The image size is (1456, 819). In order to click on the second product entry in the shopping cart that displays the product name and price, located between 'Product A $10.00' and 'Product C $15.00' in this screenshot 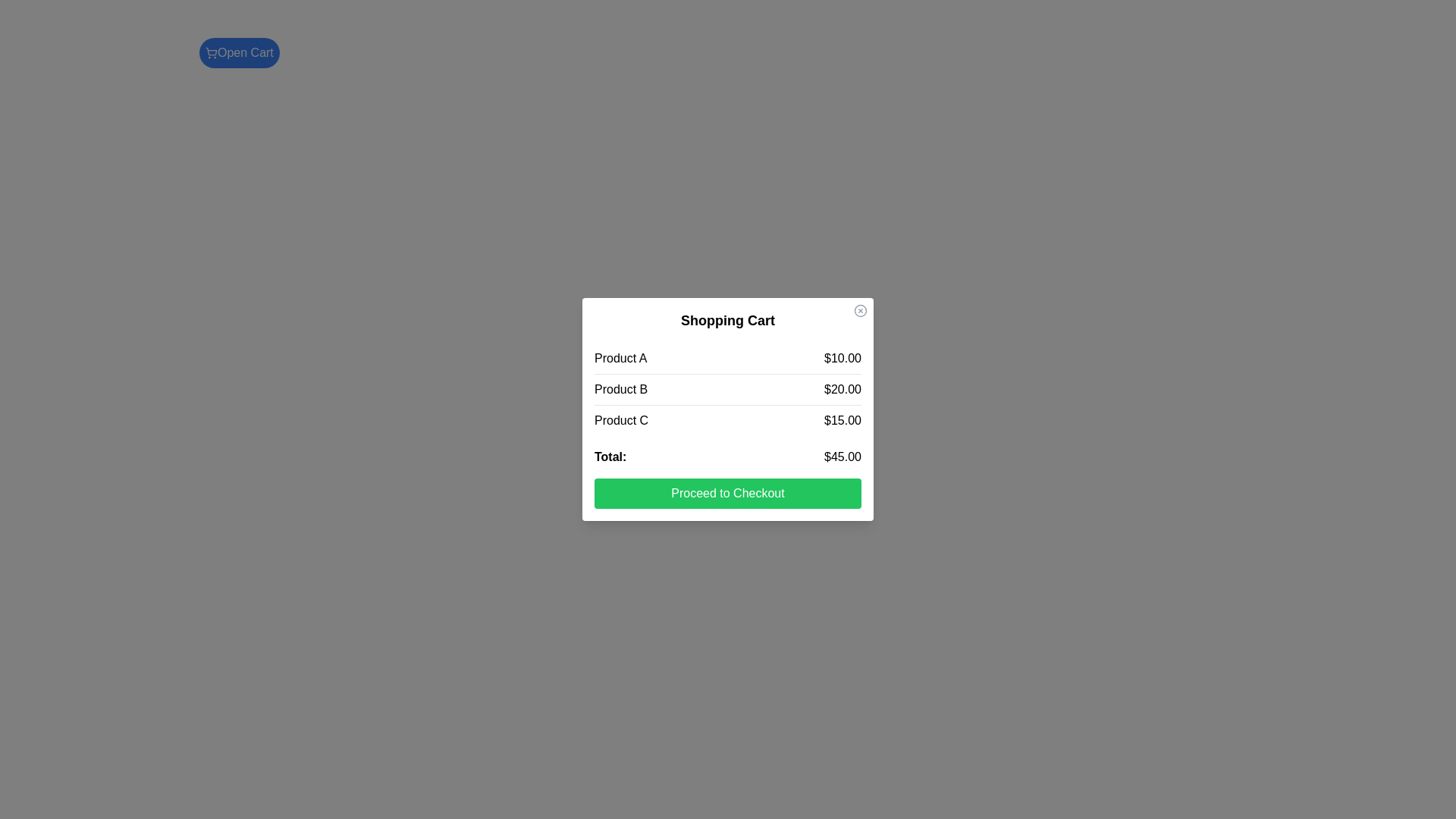, I will do `click(728, 388)`.